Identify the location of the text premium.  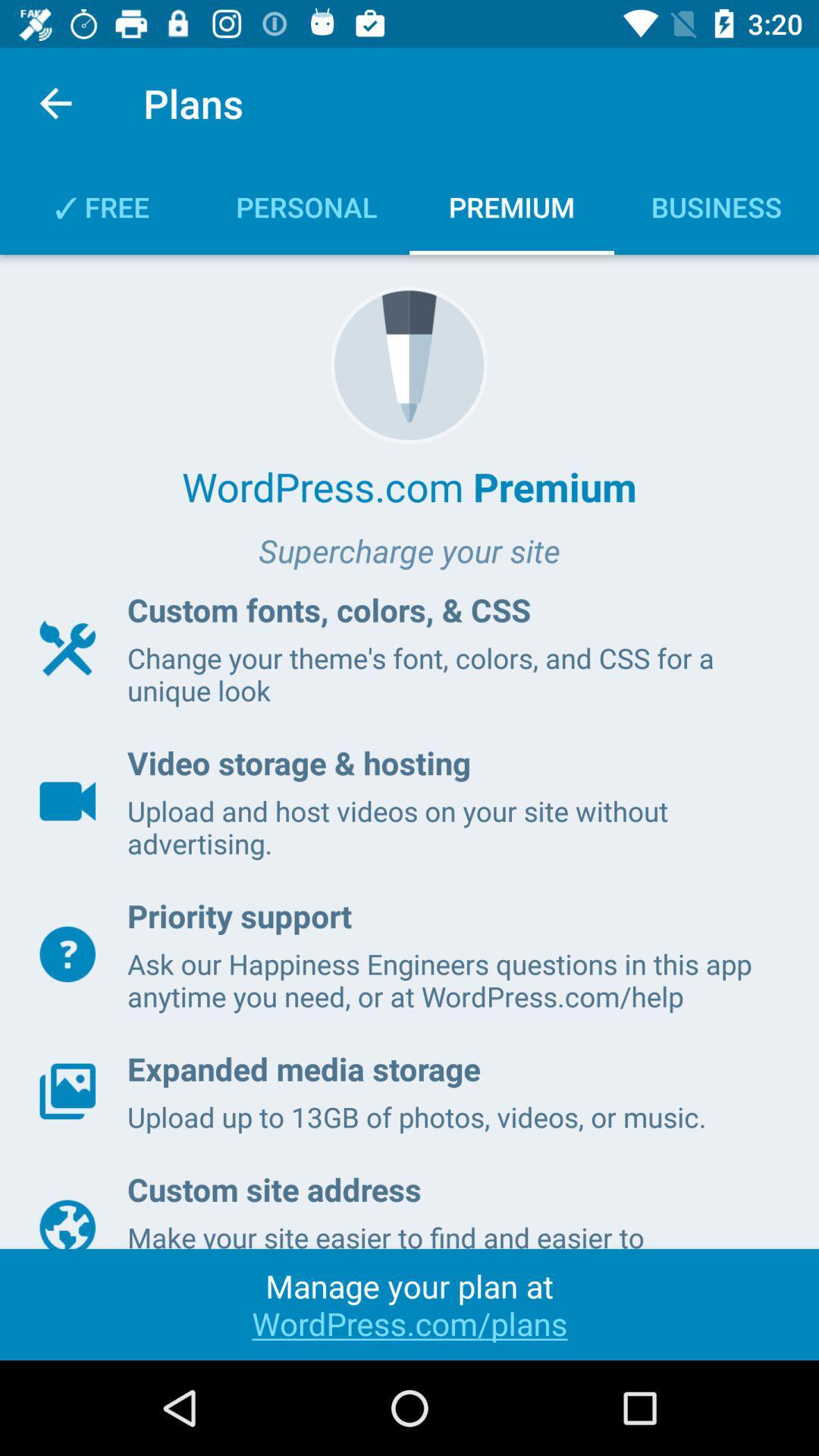
(512, 206).